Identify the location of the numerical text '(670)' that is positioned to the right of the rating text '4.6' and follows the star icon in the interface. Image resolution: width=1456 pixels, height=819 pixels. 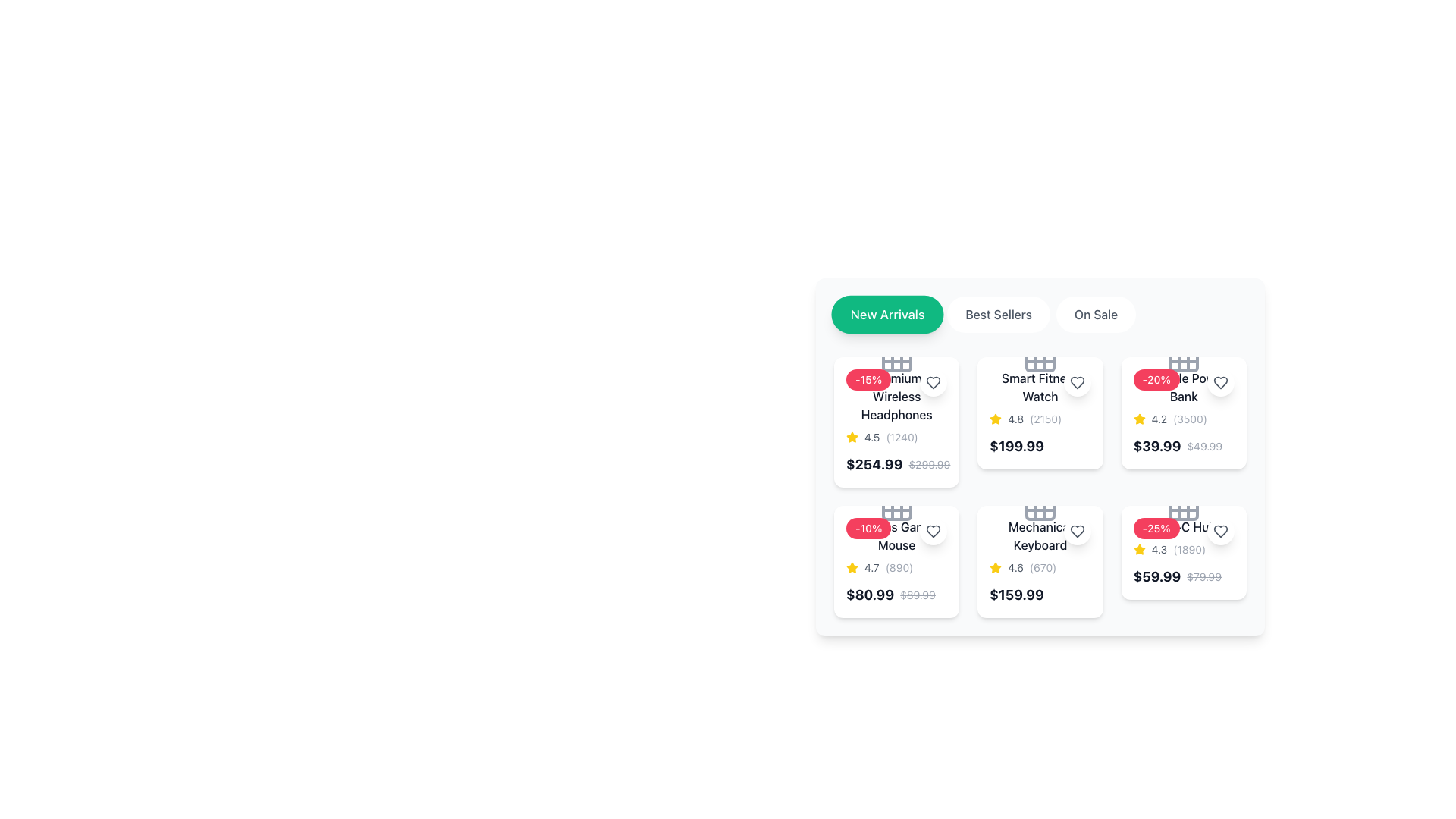
(1042, 567).